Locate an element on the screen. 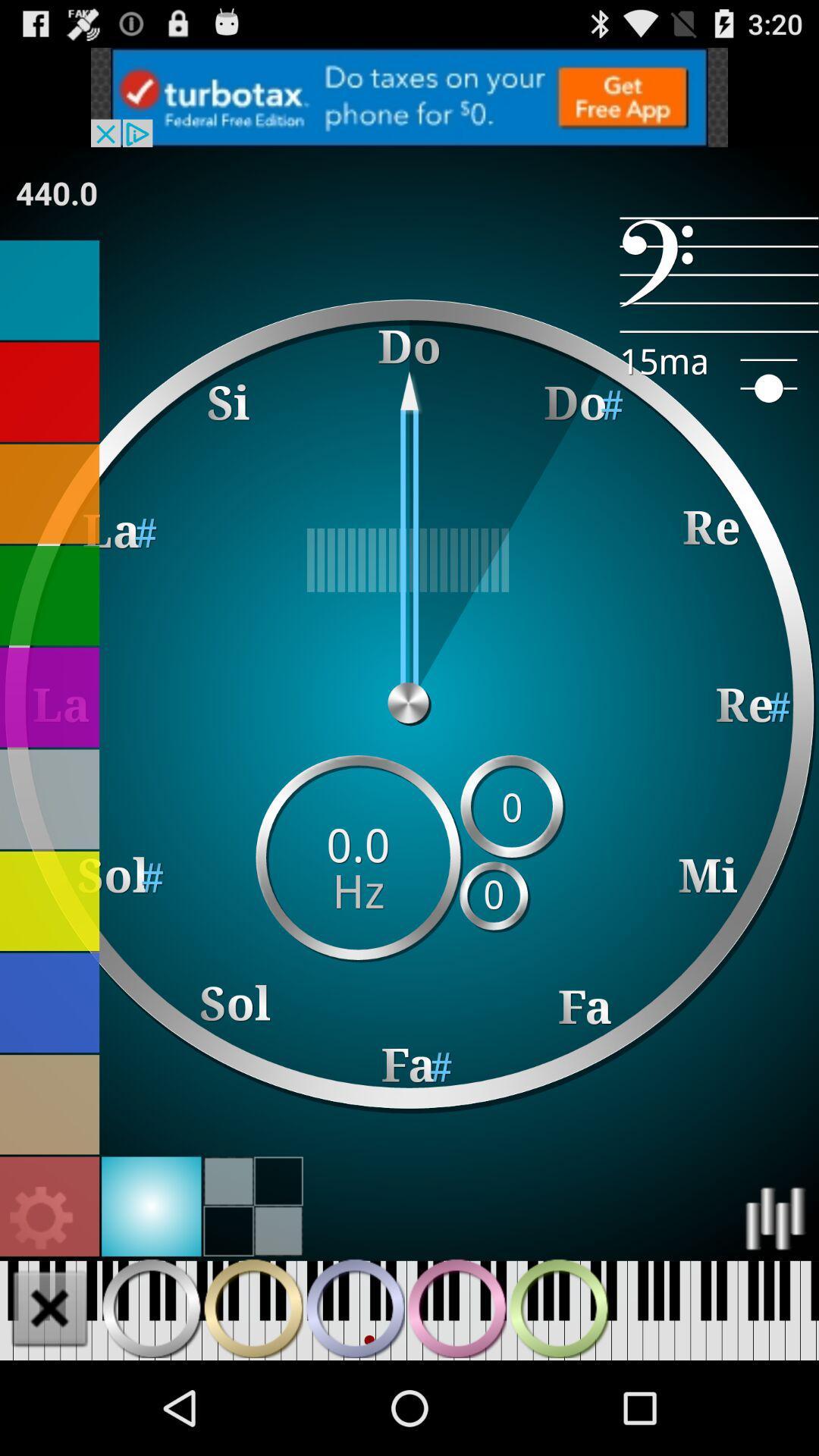  shows piano buttons is located at coordinates (355, 1307).